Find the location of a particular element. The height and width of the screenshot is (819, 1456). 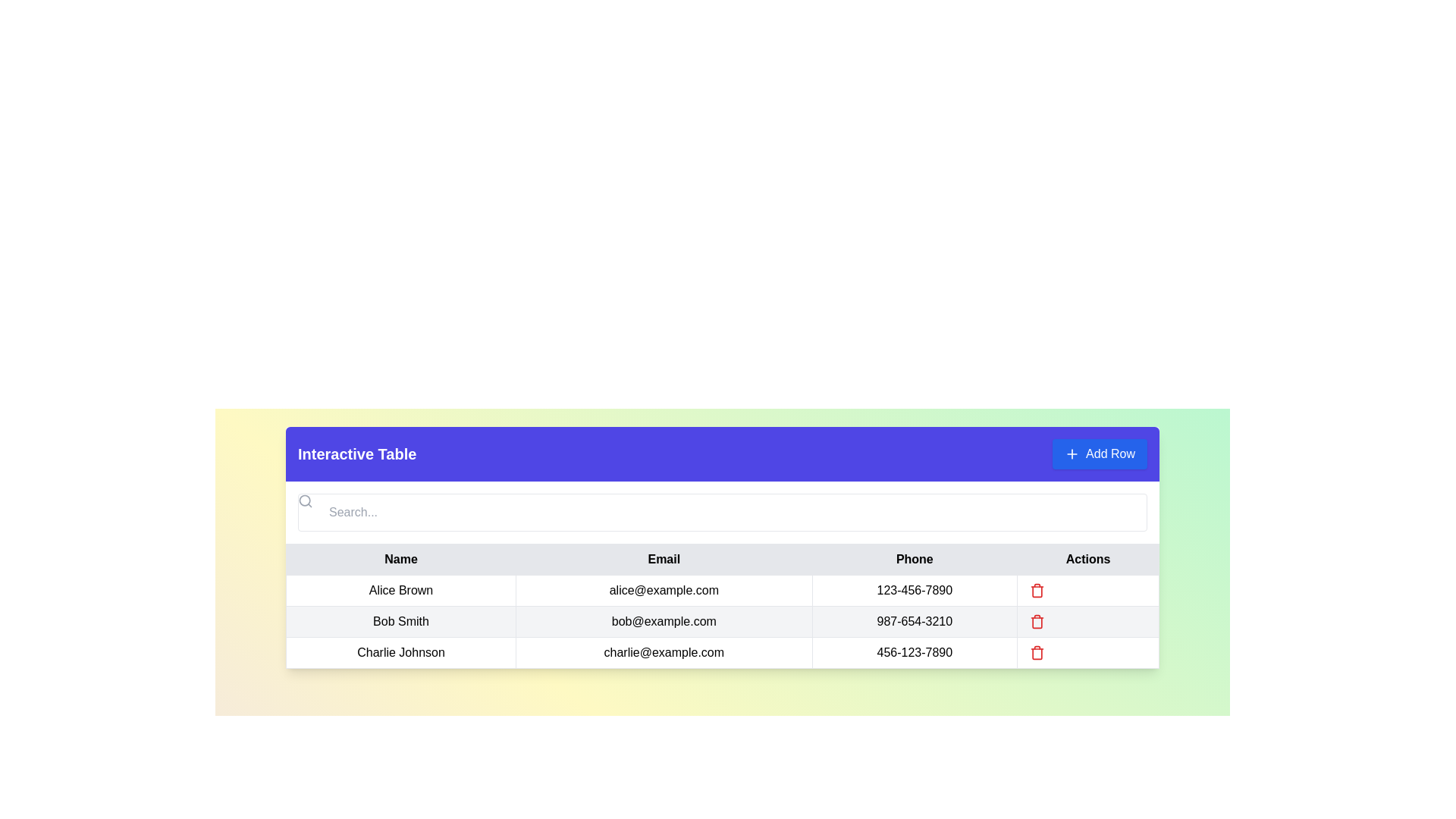

the circular SVG element that represents the magnifying glass icon, located on the left side of the search bar beneath the 'Interactive Table' header is located at coordinates (304, 500).